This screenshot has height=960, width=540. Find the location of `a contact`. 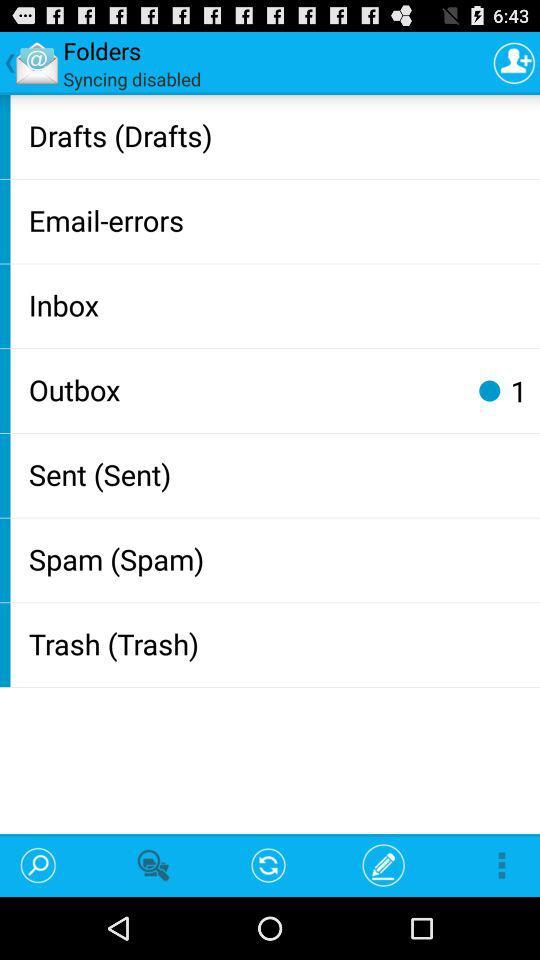

a contact is located at coordinates (514, 62).